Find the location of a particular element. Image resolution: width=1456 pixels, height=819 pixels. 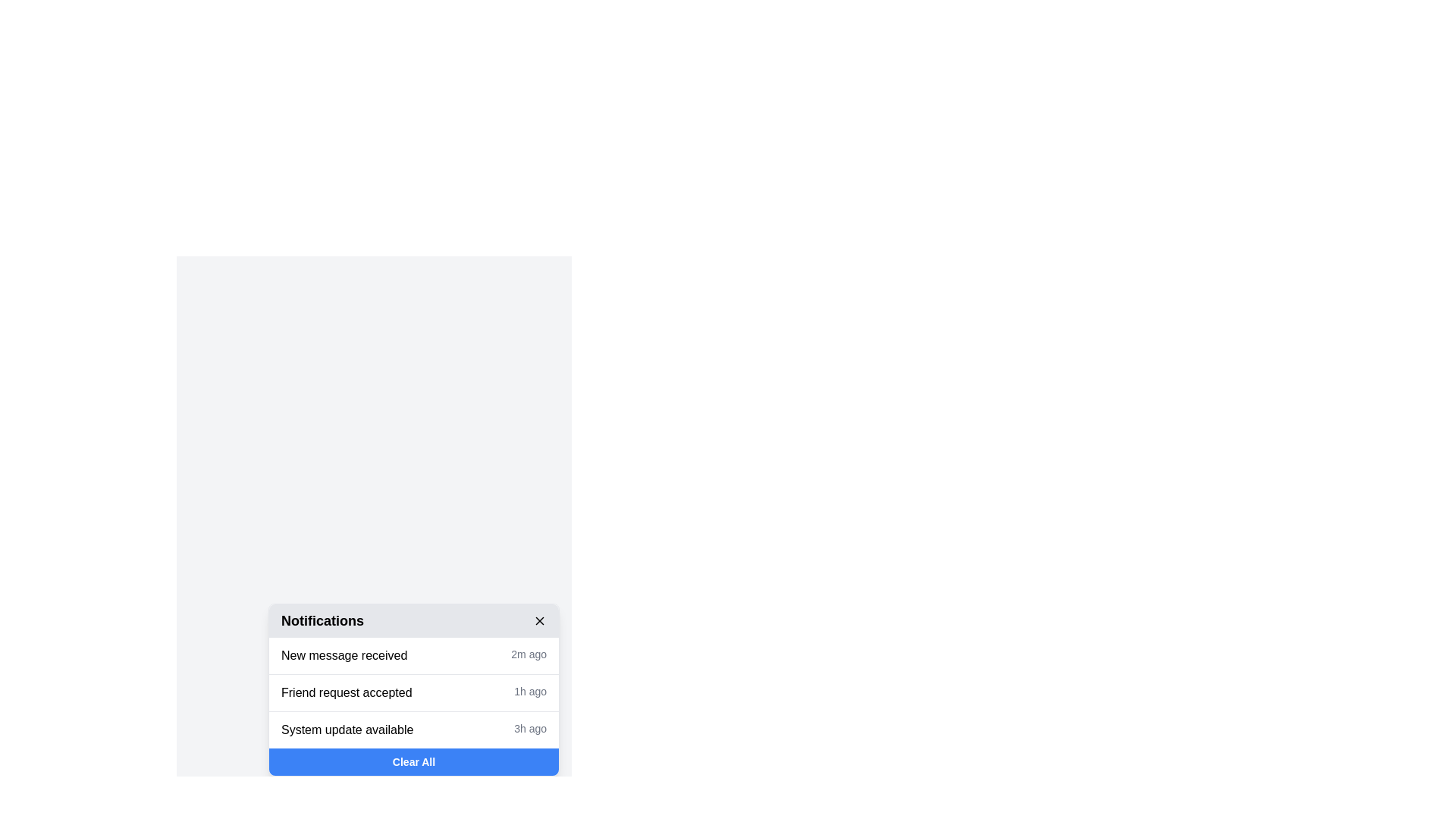

the last notification item in the list that informs the user of a system update available 3 hours ago is located at coordinates (414, 728).